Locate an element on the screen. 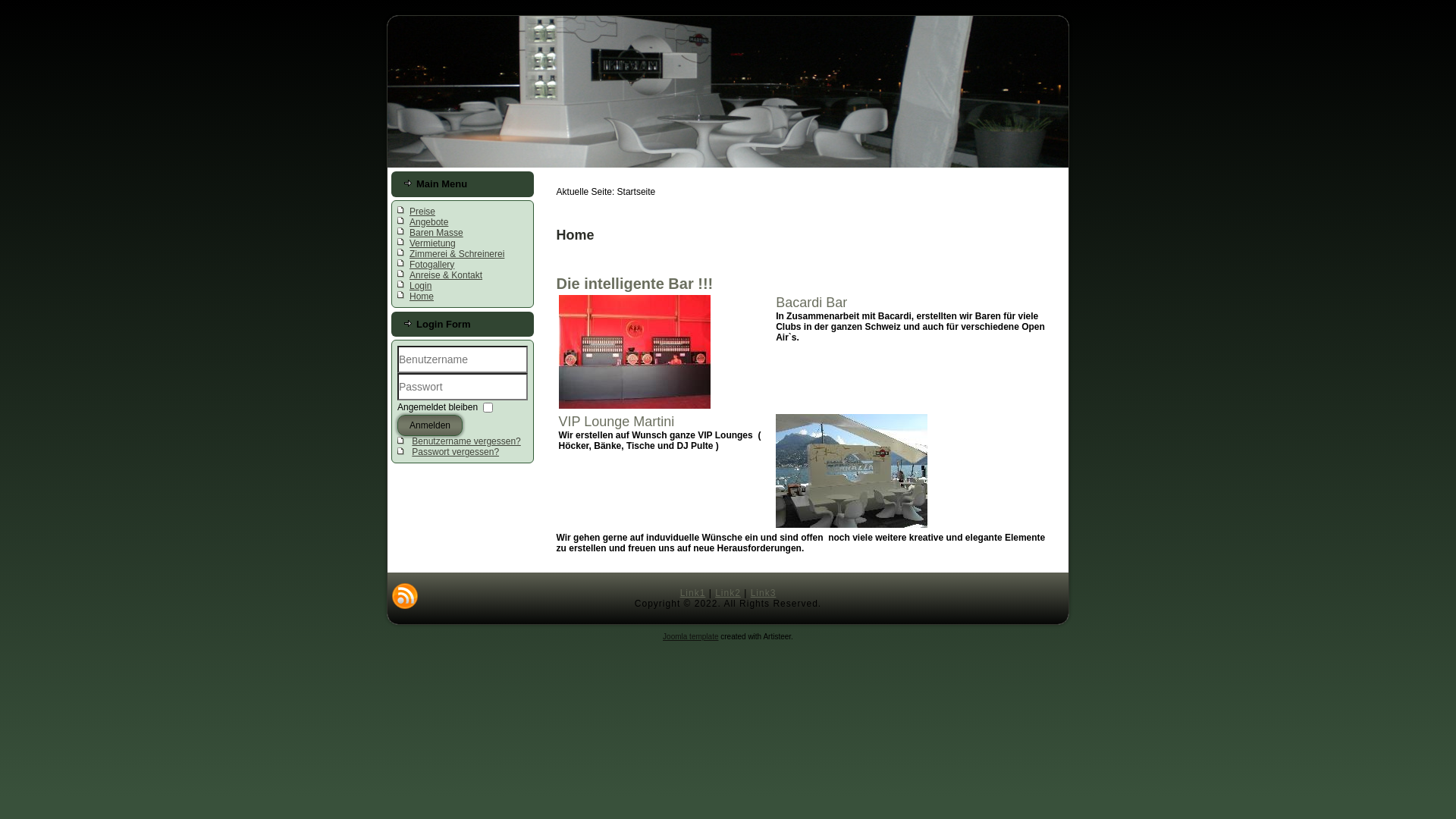 This screenshot has width=1456, height=819. 'Anmelden' is located at coordinates (428, 425).